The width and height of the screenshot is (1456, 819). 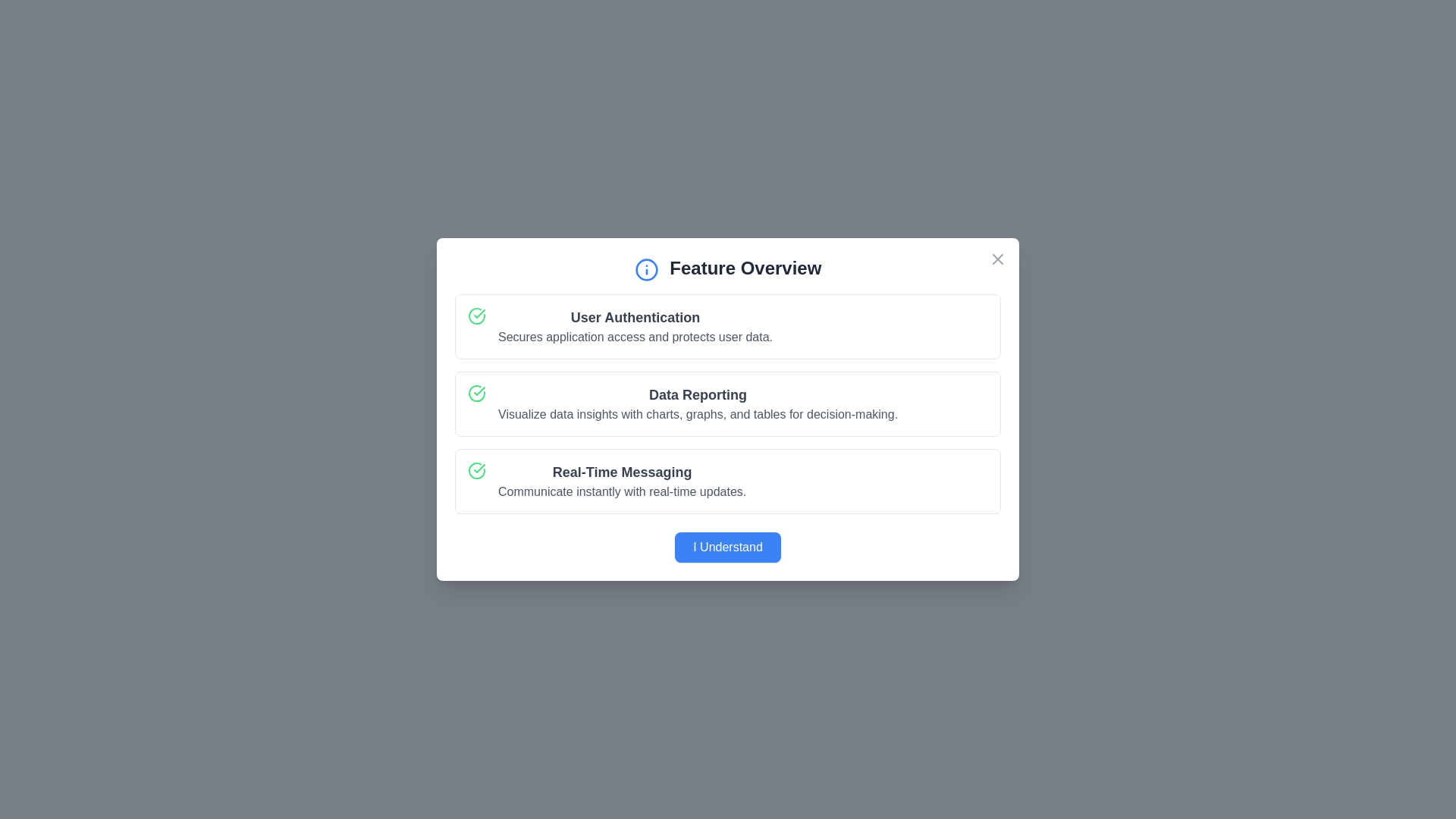 I want to click on 'I Understand' button to acknowledge the dialog, so click(x=728, y=547).